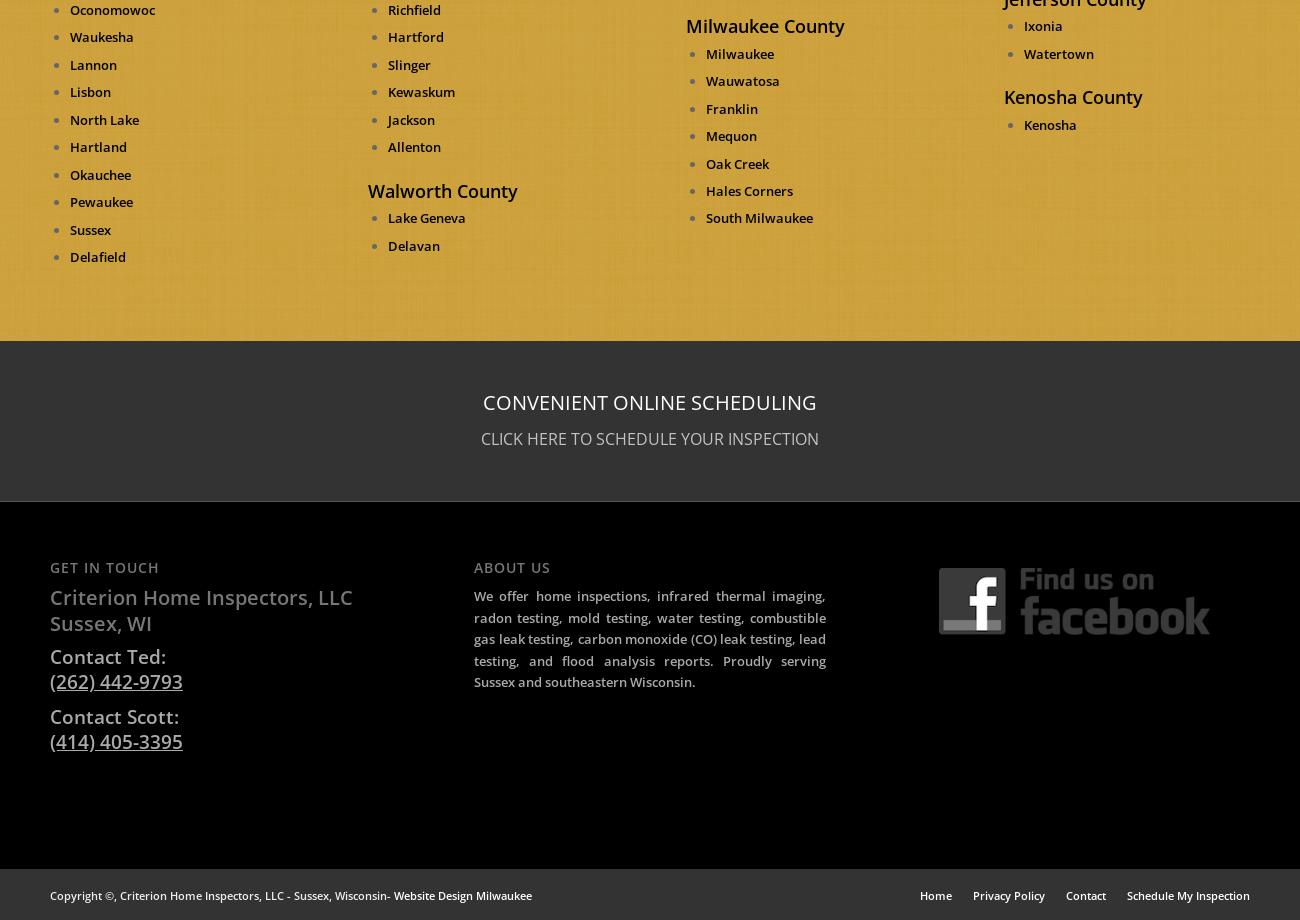 This screenshot has width=1300, height=920. Describe the element at coordinates (504, 594) in the screenshot. I see `'We offer'` at that location.